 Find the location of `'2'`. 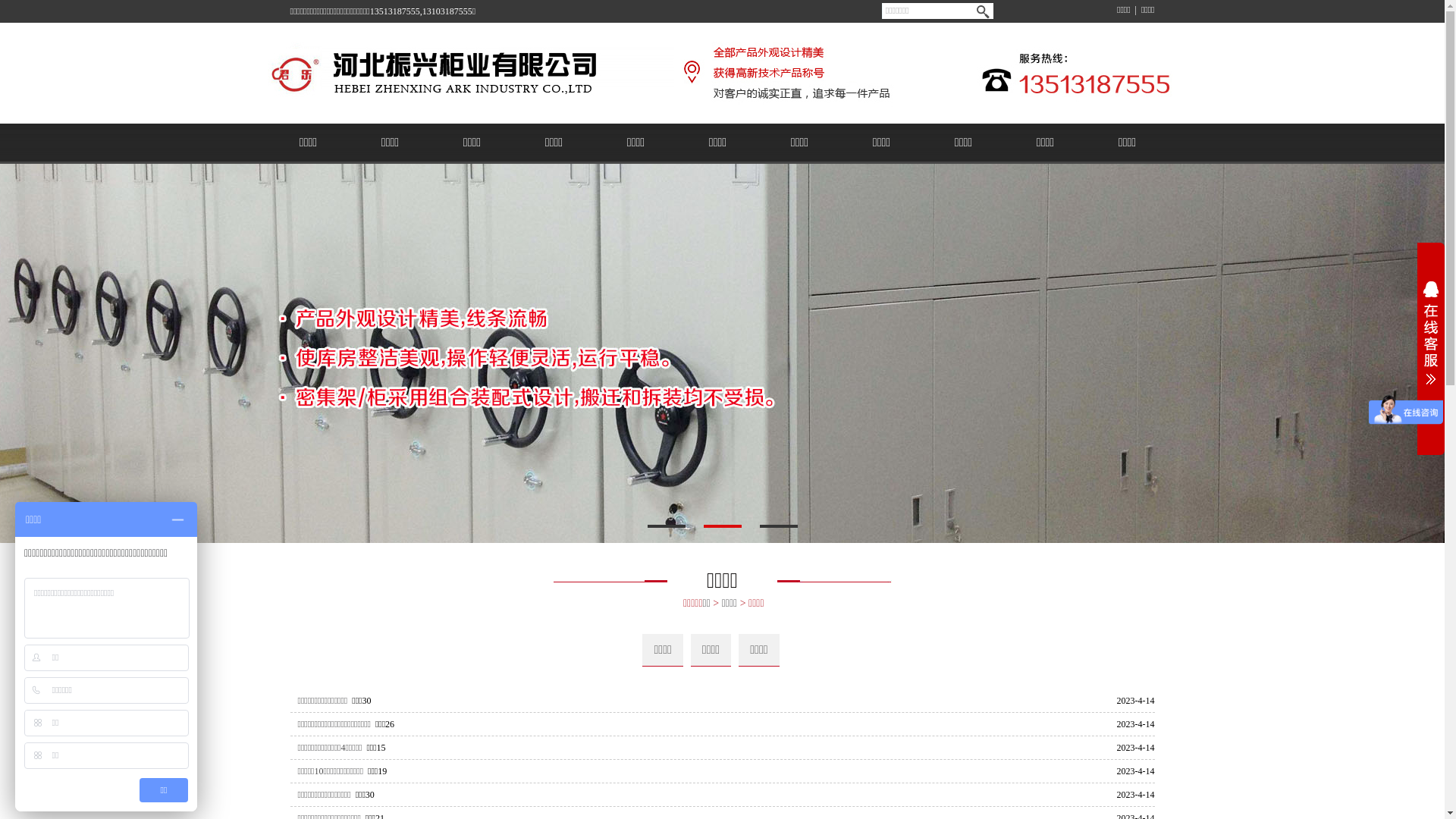

'2' is located at coordinates (702, 526).